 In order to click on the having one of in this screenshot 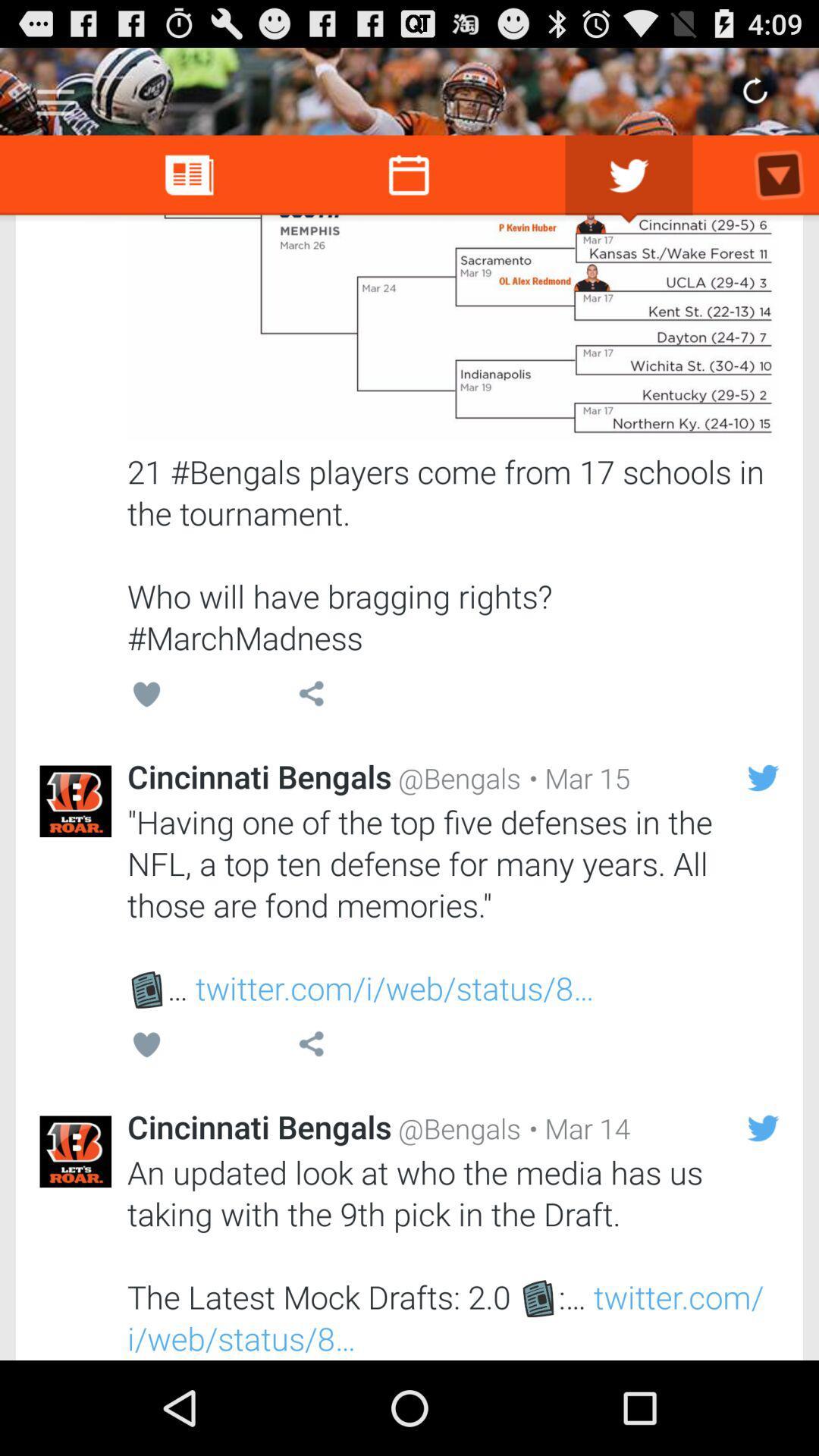, I will do `click(452, 905)`.